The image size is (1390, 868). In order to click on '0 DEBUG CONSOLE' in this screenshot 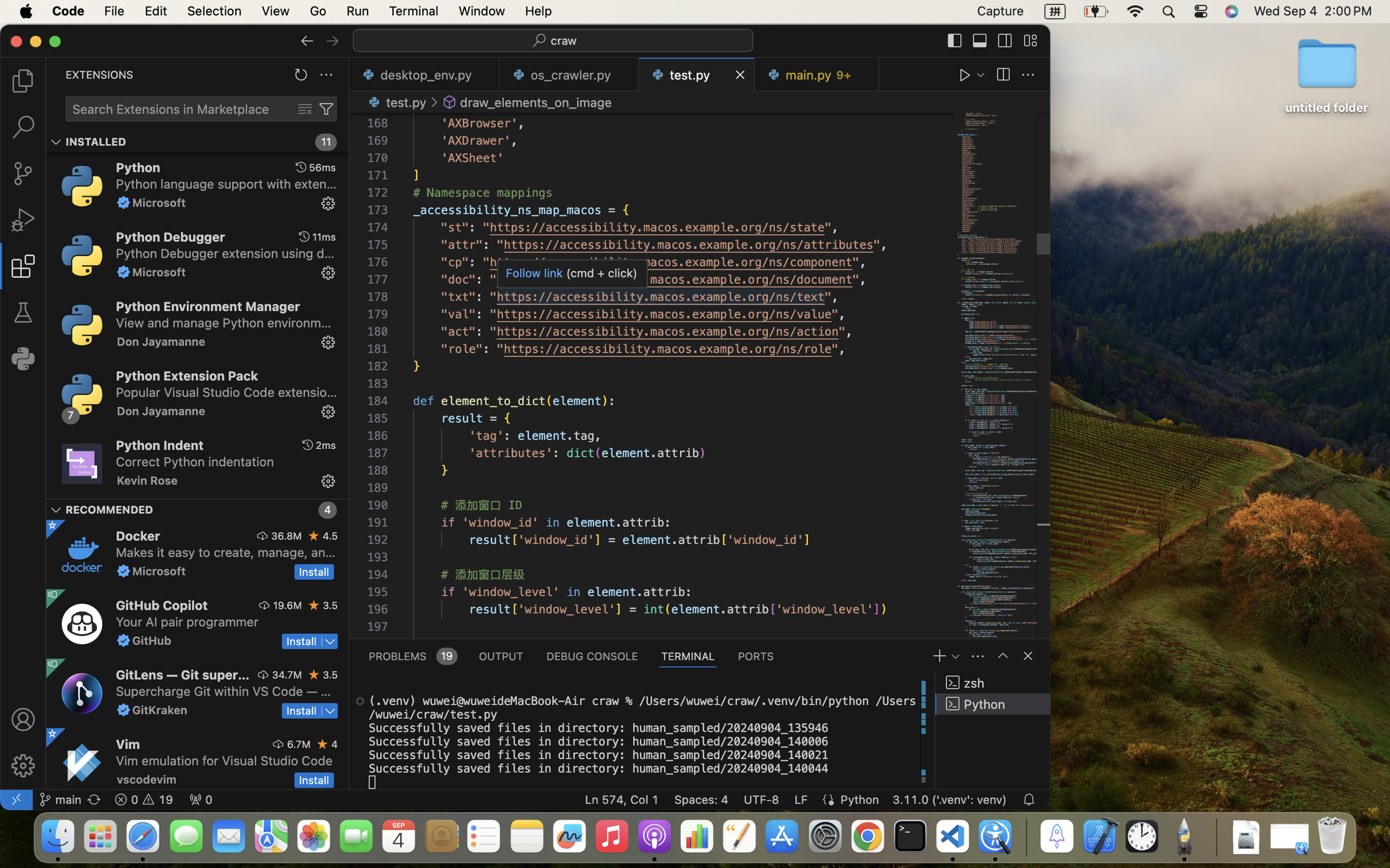, I will do `click(591, 656)`.